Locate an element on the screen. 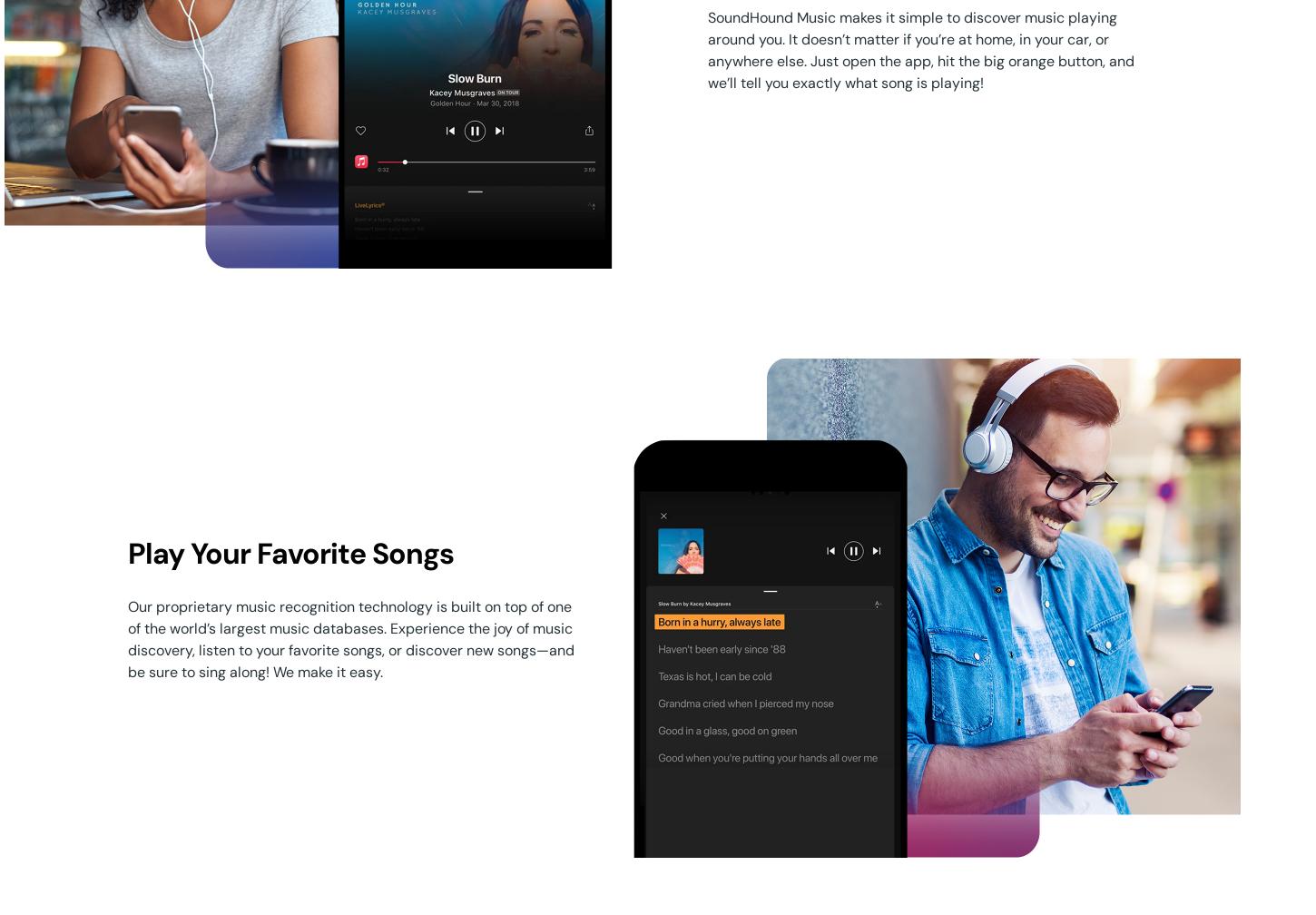 This screenshot has height=915, width=1316. 'Language' is located at coordinates (143, 708).